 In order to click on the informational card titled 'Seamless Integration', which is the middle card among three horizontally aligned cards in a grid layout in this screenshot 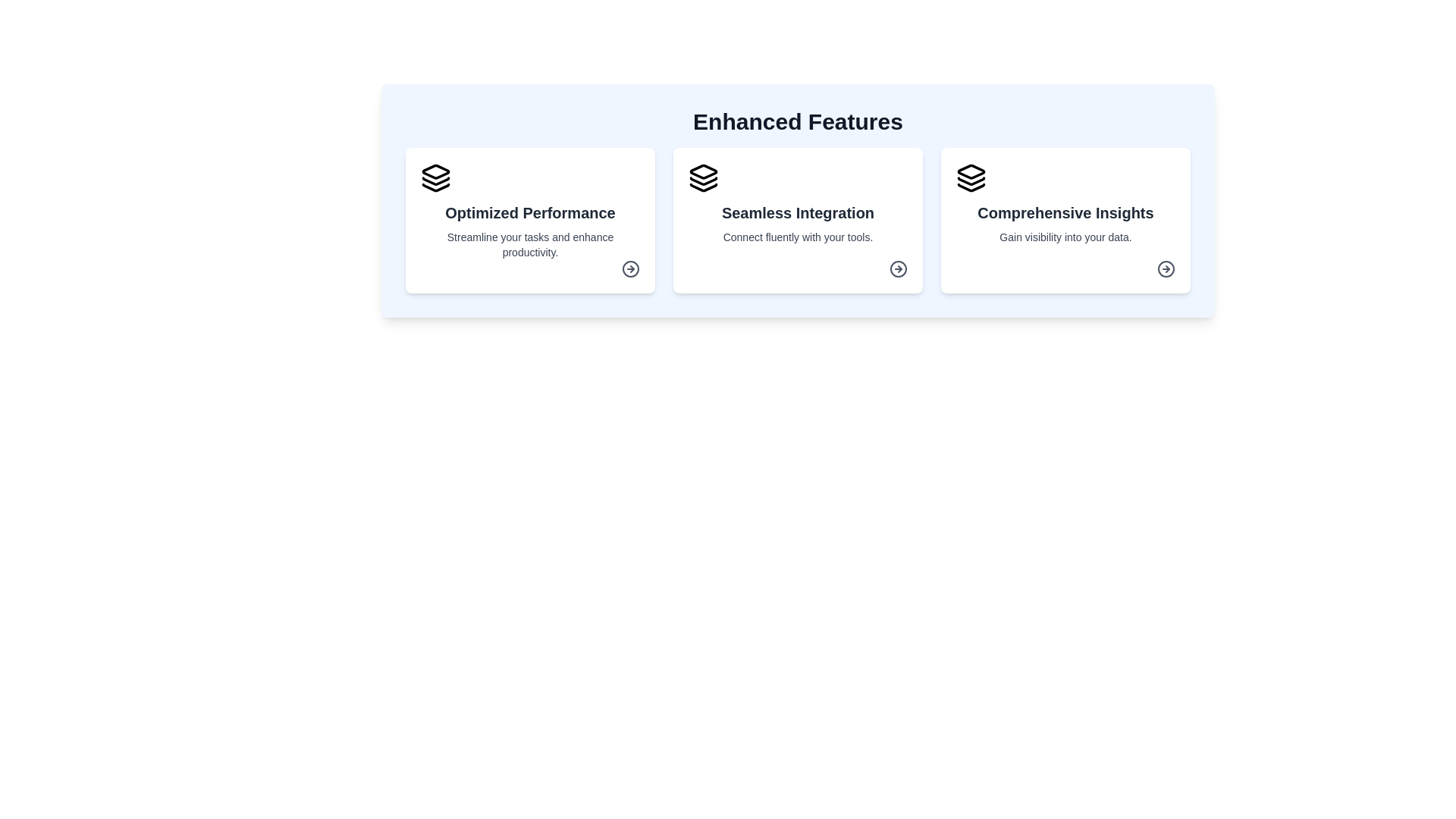, I will do `click(797, 220)`.